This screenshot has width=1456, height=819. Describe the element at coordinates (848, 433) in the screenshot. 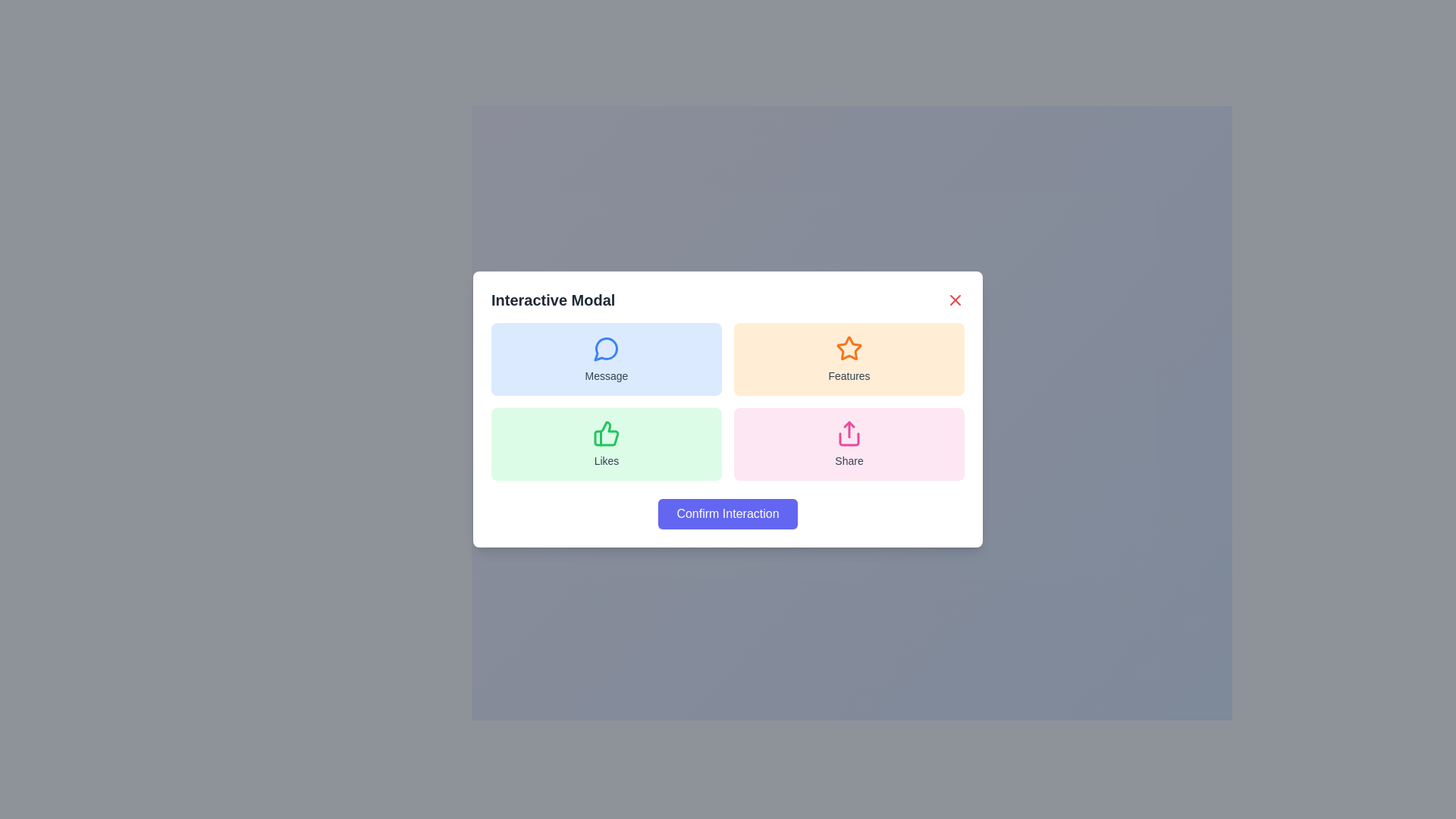

I see `the 'Share' Icon button located in the lower-right quadrant of the modal, which is centered within a pink background box and labeled 'Share'` at that location.